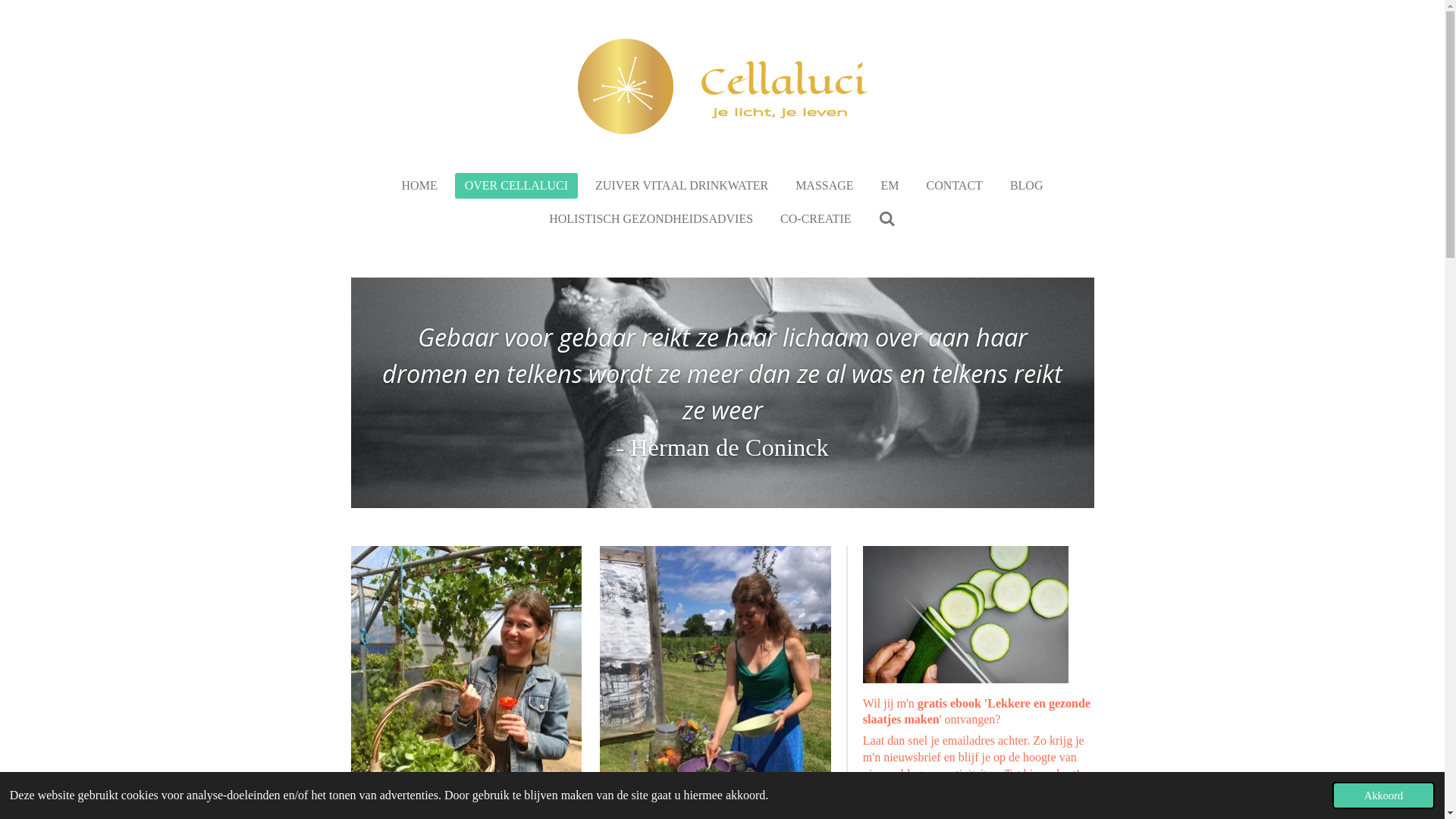 The width and height of the screenshot is (1456, 819). What do you see at coordinates (890, 185) in the screenshot?
I see `'EM'` at bounding box center [890, 185].